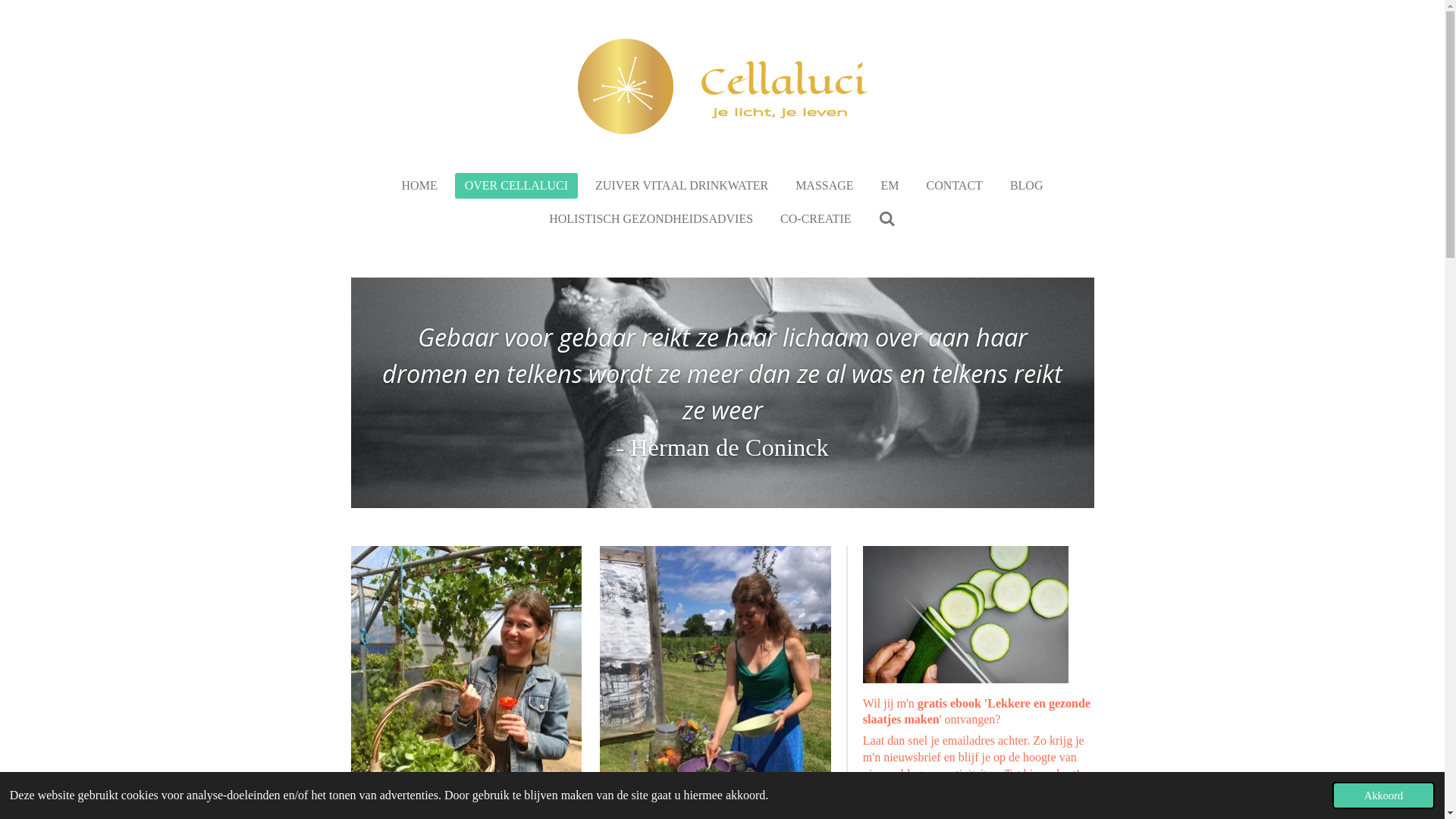 The width and height of the screenshot is (1456, 819). What do you see at coordinates (890, 185) in the screenshot?
I see `'EM'` at bounding box center [890, 185].